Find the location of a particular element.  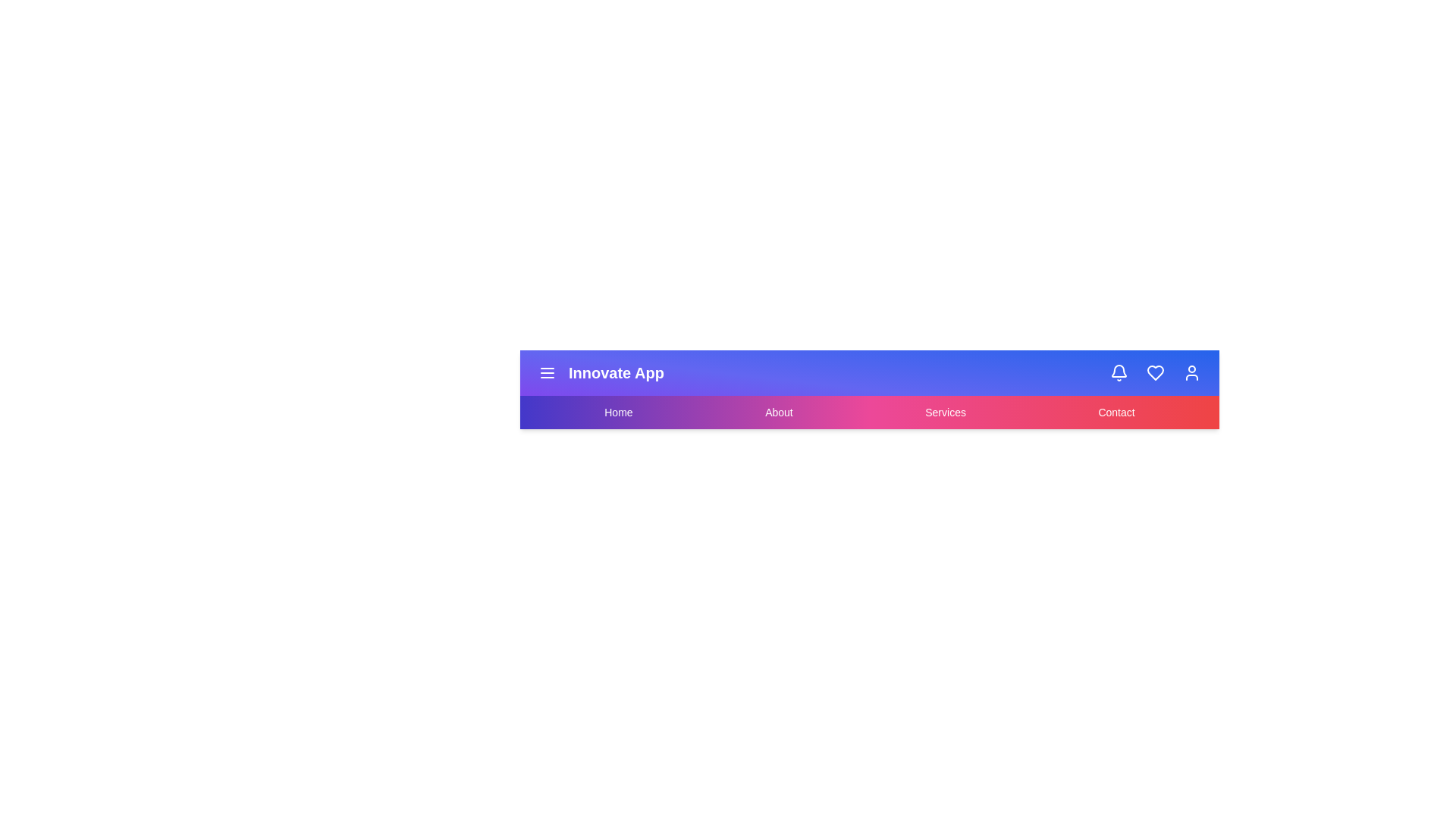

the interactive element Bell Icon is located at coordinates (1119, 373).